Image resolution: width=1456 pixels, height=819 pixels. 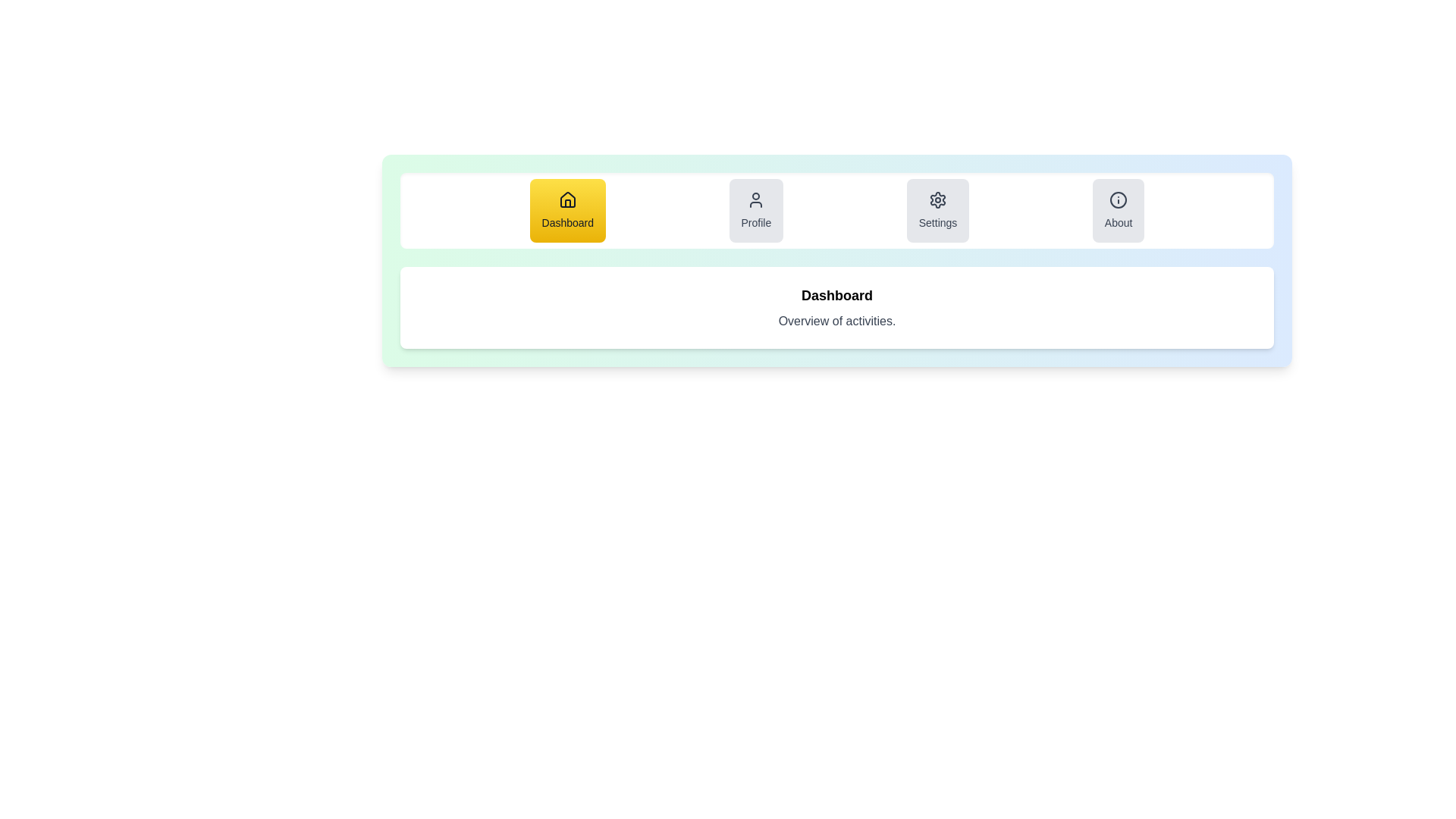 What do you see at coordinates (937, 210) in the screenshot?
I see `the tab button corresponding to Settings` at bounding box center [937, 210].